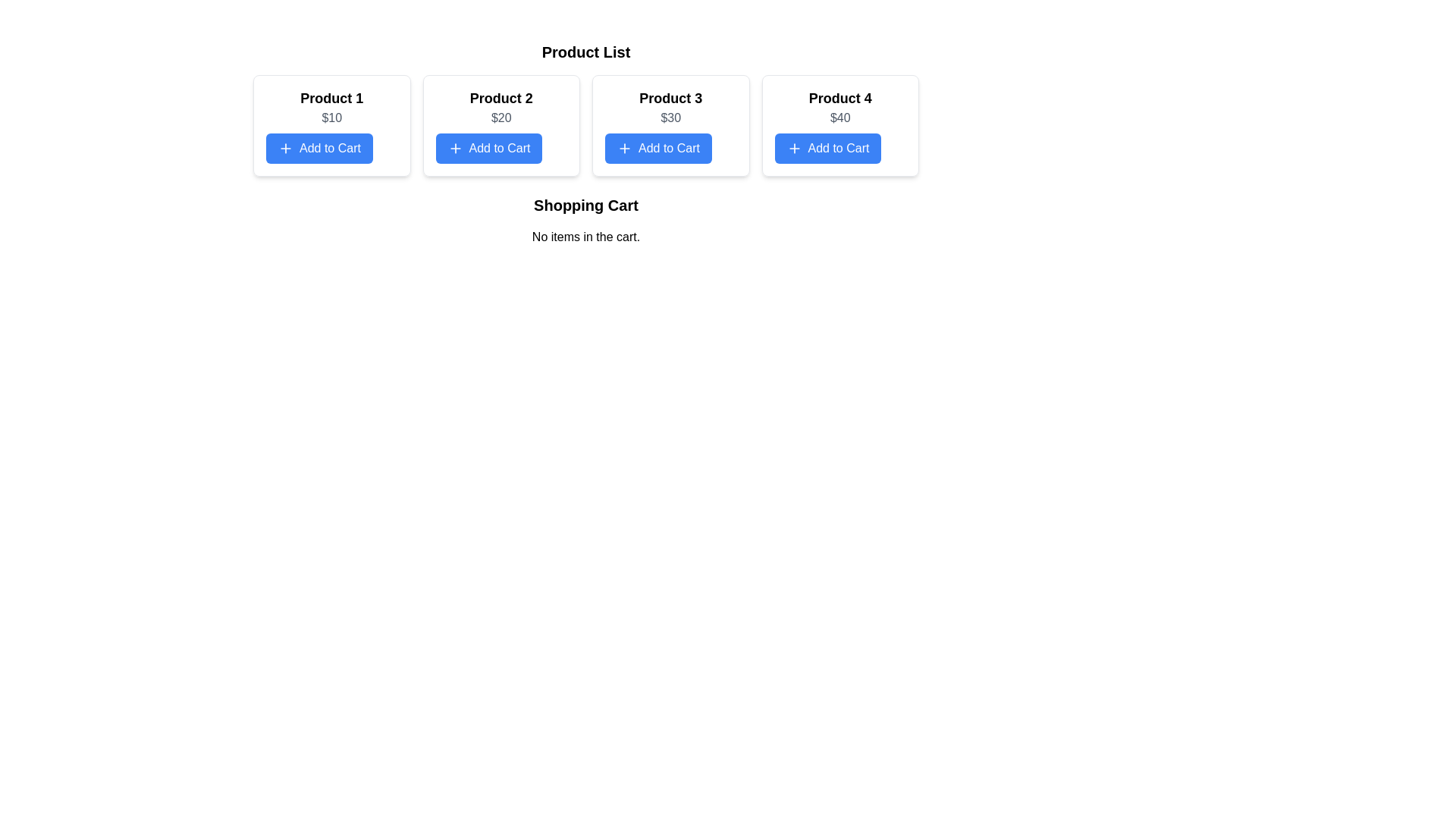 The width and height of the screenshot is (1456, 819). Describe the element at coordinates (625, 149) in the screenshot. I see `the 'Add to Cart' button for 'Product 3' to provide additional visual feedback, identified by the icon representing the 'Add' action located to the left of the button text` at that location.